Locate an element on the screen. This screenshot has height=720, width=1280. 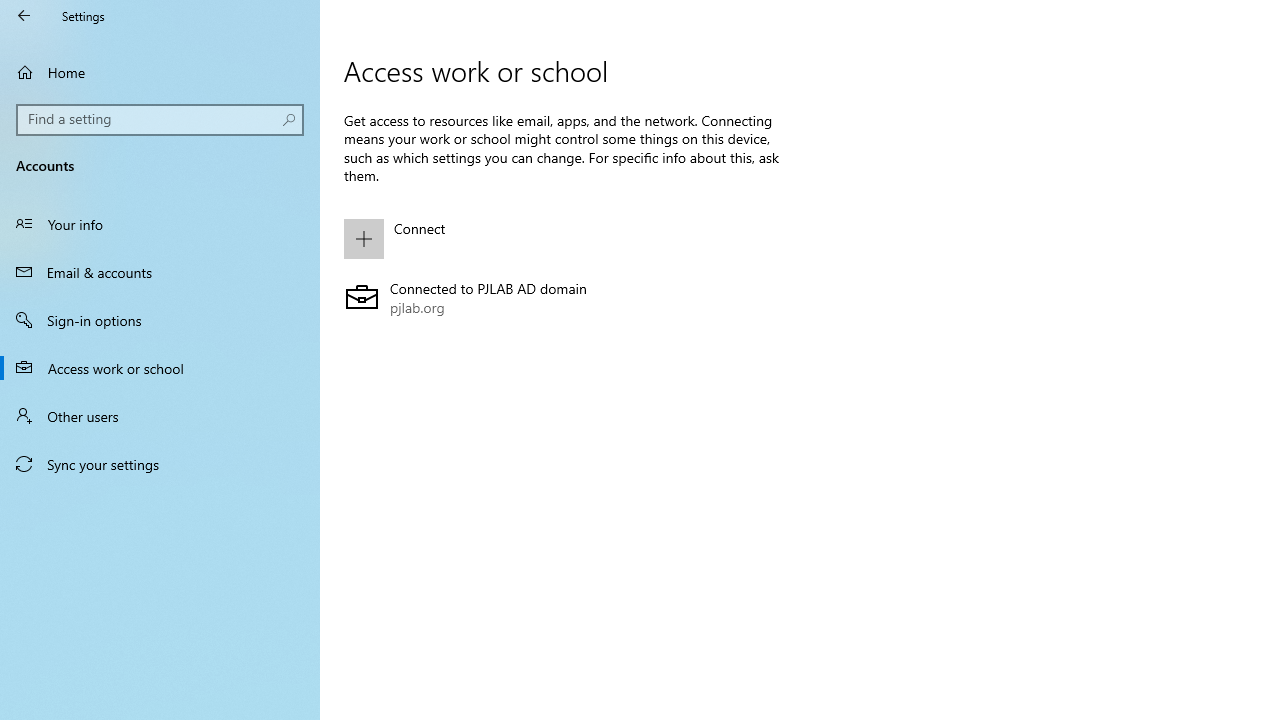
'Your info' is located at coordinates (160, 223).